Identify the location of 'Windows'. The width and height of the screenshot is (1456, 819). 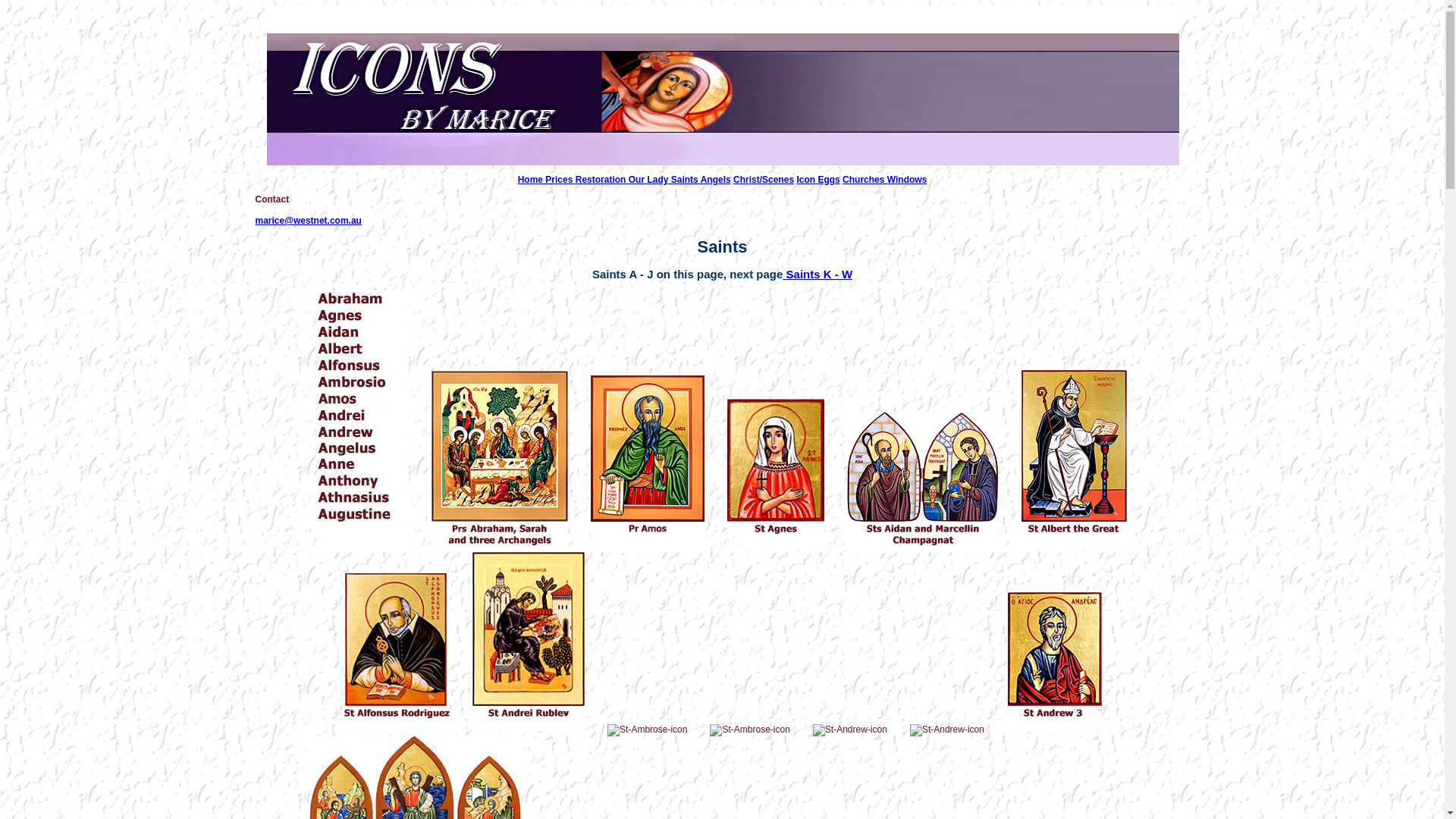
(907, 178).